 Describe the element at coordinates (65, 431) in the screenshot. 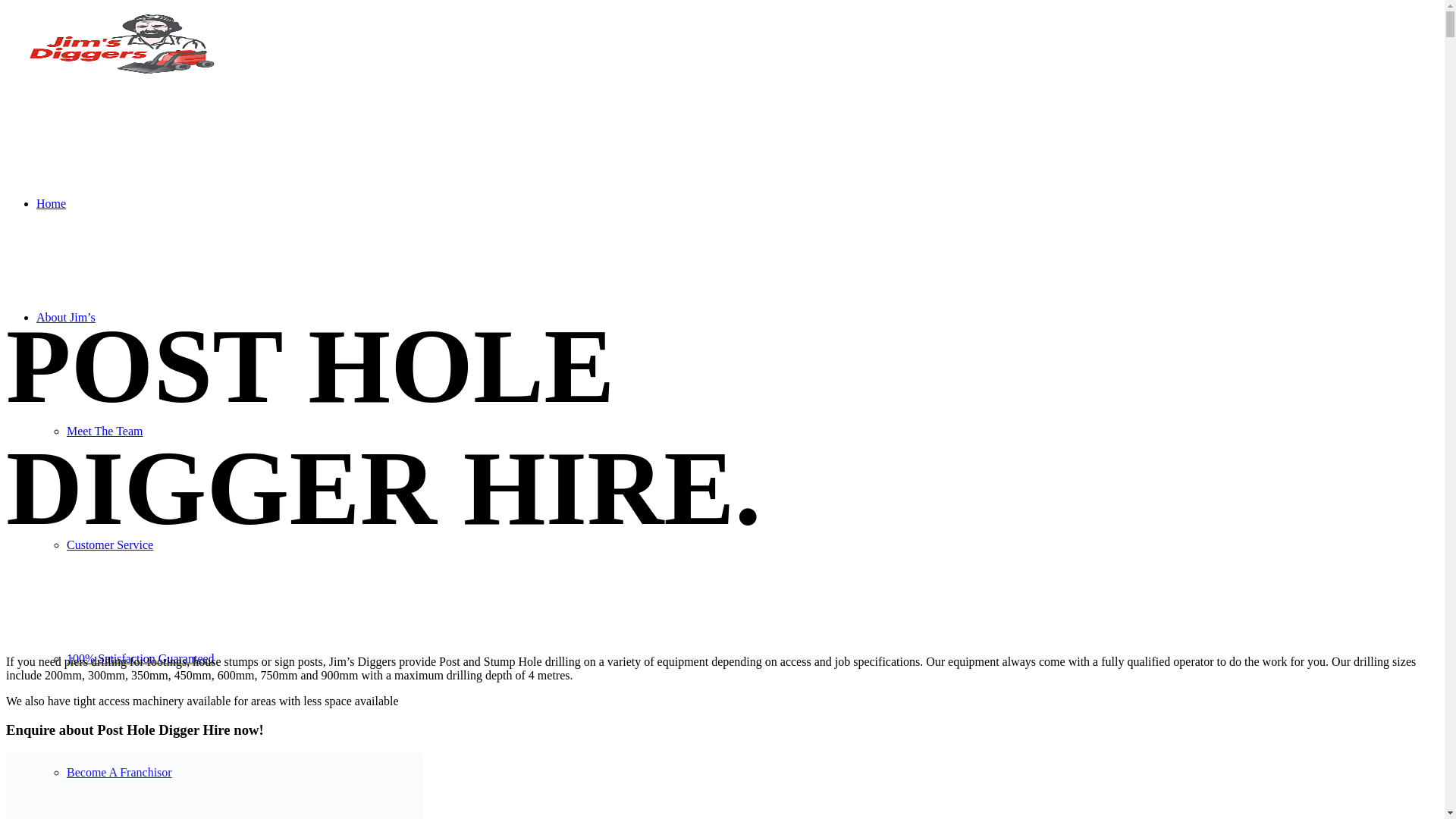

I see `'Meet The Team'` at that location.